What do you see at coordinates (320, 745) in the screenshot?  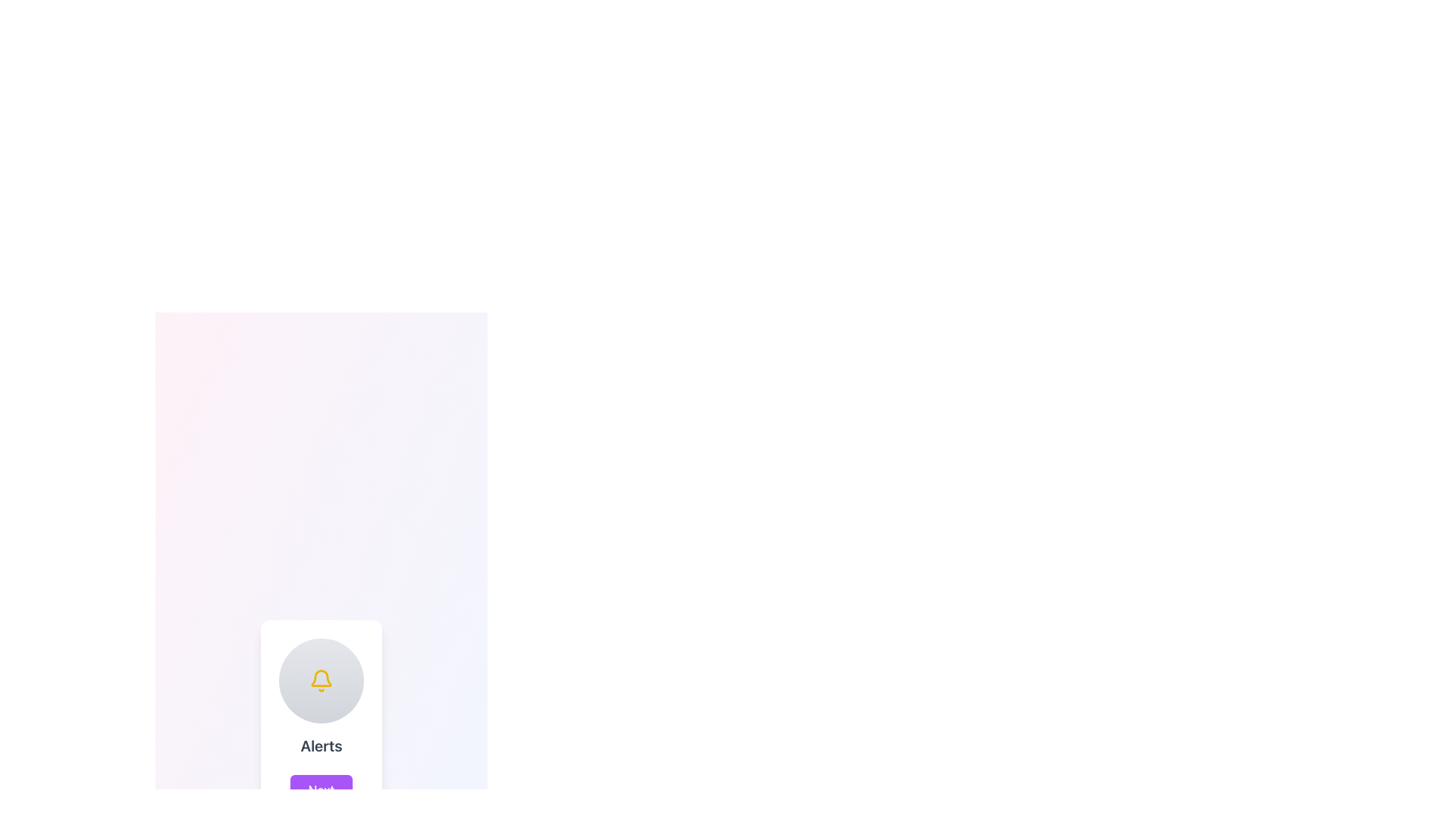 I see `the text label displaying 'Alerts', which is styled in a large, bold gray font and positioned below a circular bell icon and above the 'Next' button` at bounding box center [320, 745].